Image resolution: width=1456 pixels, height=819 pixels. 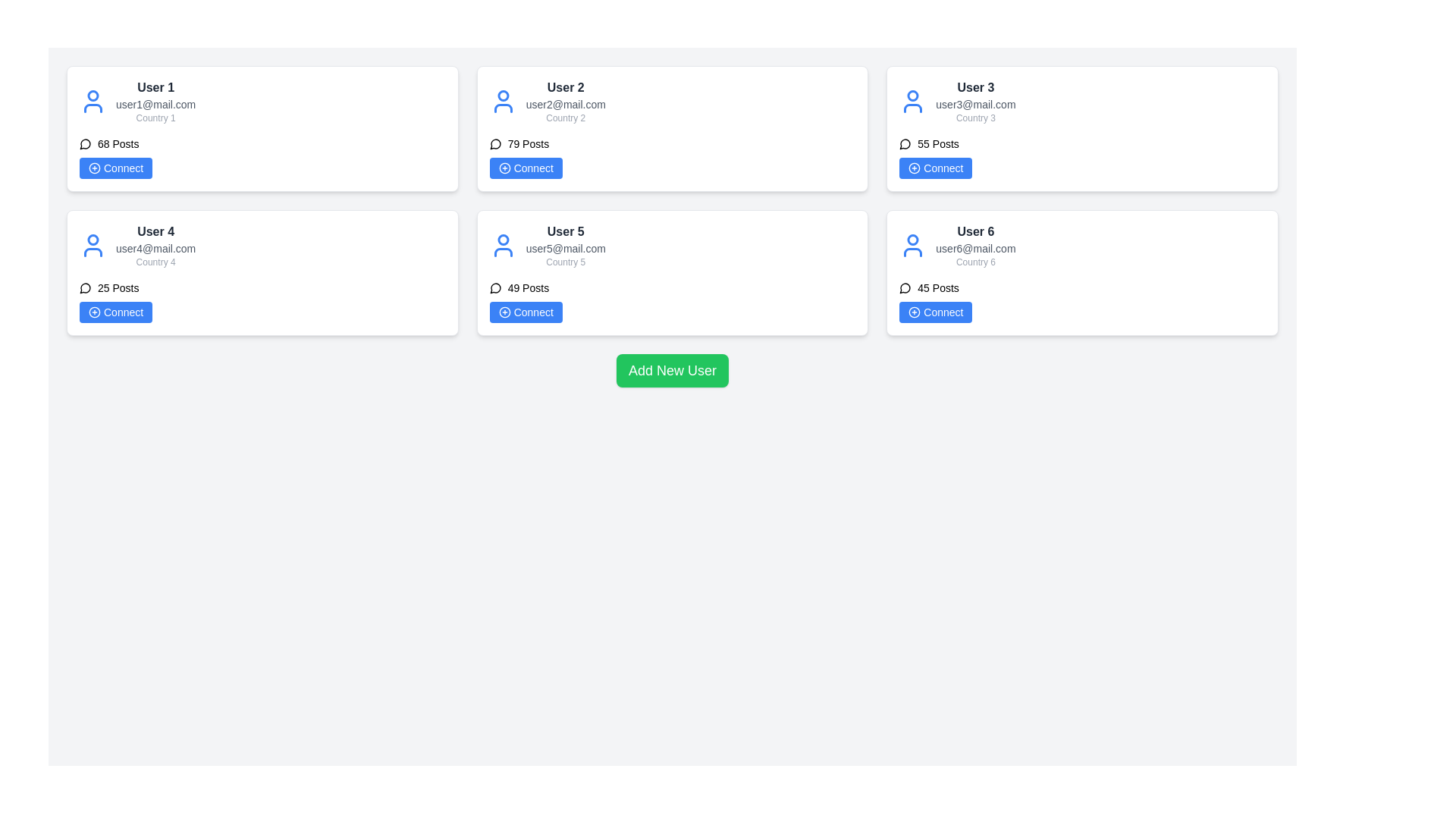 I want to click on the text label that displays 'Country 1', which is located in the bottom-most section of the user information card for 'User 1', under the email 'user1@mail.com' and above the posts section, so click(x=155, y=117).